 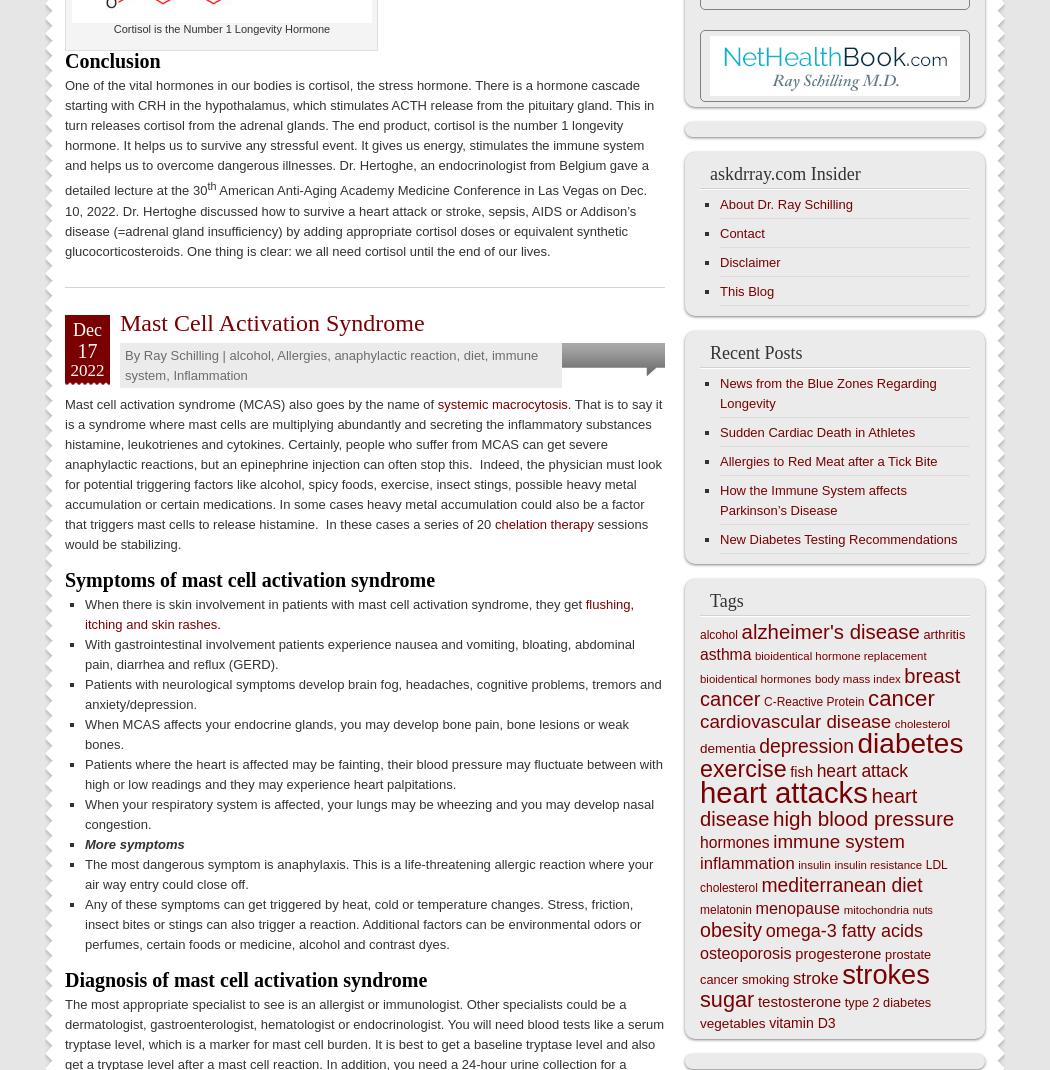 I want to click on 'mitochondria', so click(x=875, y=909).